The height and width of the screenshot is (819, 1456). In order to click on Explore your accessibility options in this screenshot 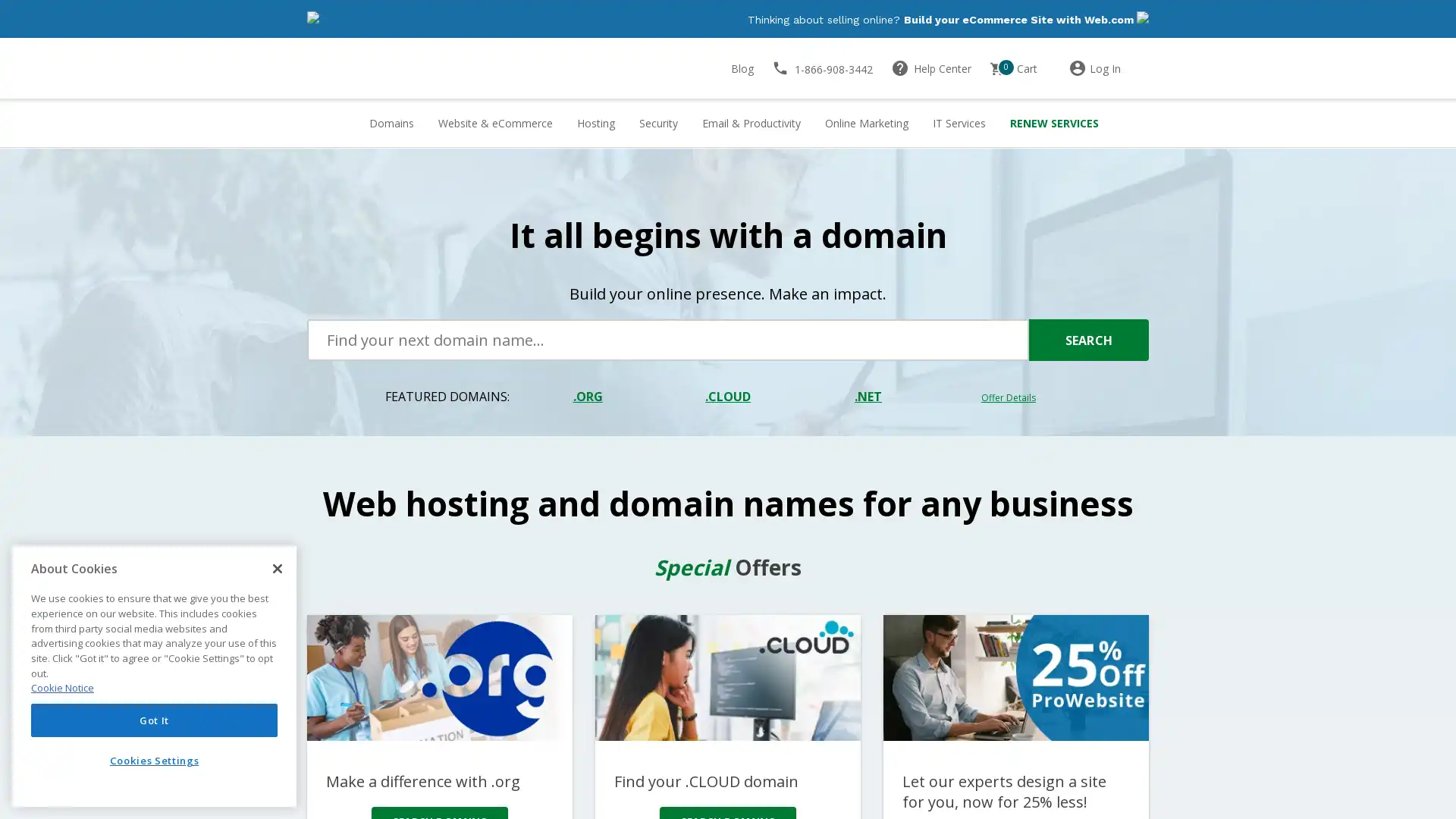, I will do `click(24, 742)`.